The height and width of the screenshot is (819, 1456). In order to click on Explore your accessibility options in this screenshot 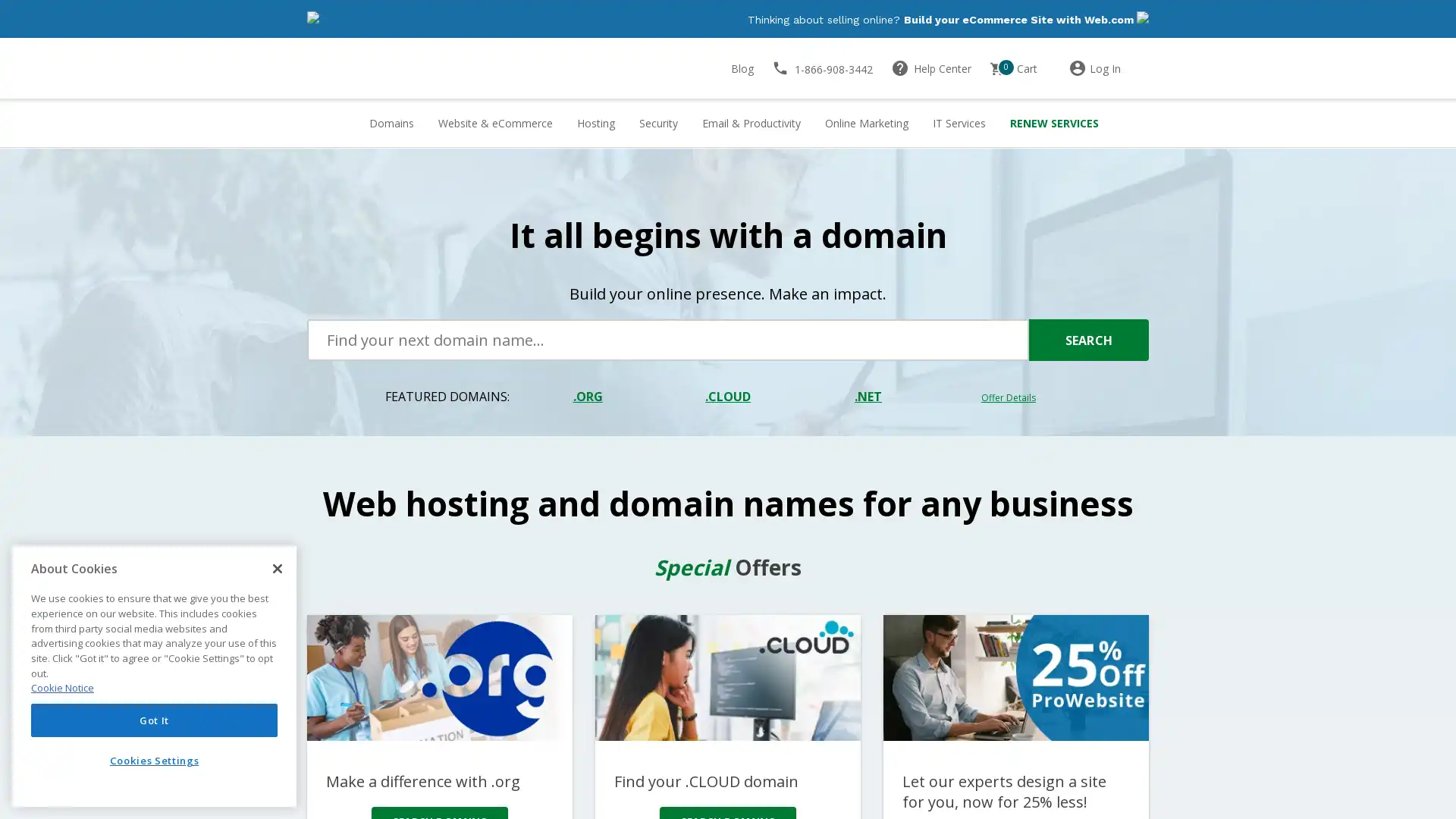, I will do `click(24, 742)`.